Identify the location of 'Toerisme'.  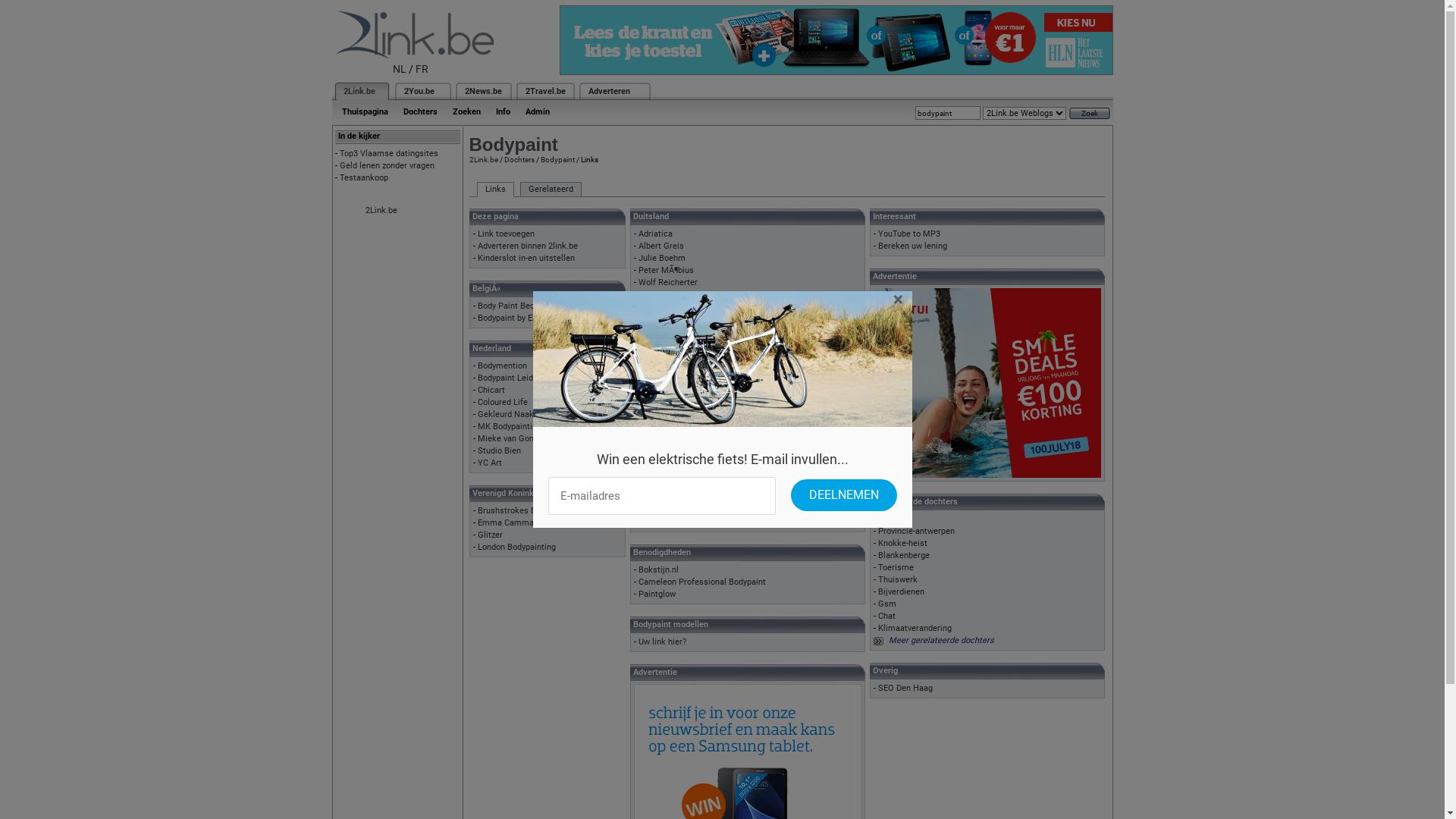
(896, 567).